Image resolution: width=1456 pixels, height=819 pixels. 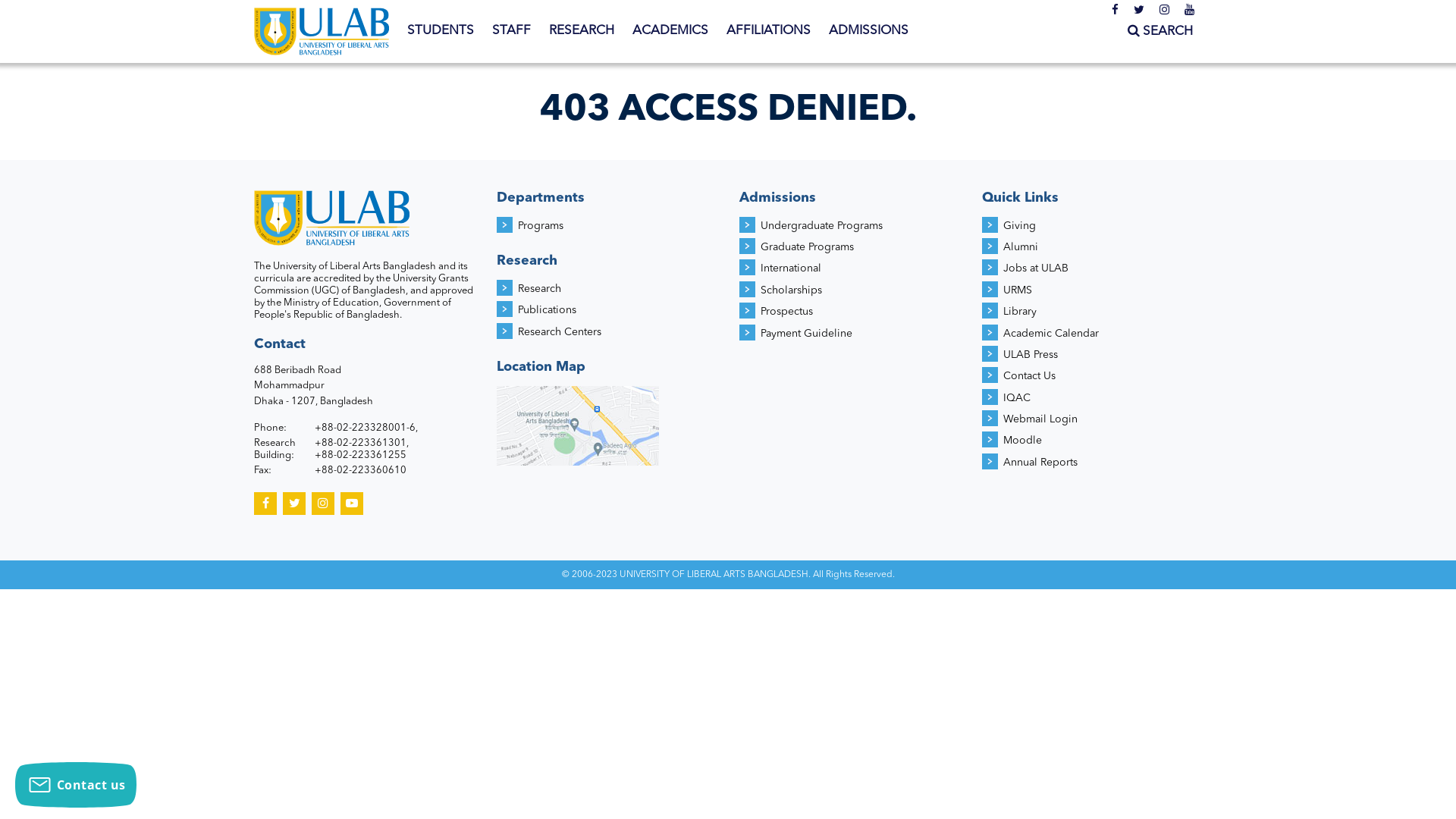 What do you see at coordinates (669, 31) in the screenshot?
I see `'ACADEMICS'` at bounding box center [669, 31].